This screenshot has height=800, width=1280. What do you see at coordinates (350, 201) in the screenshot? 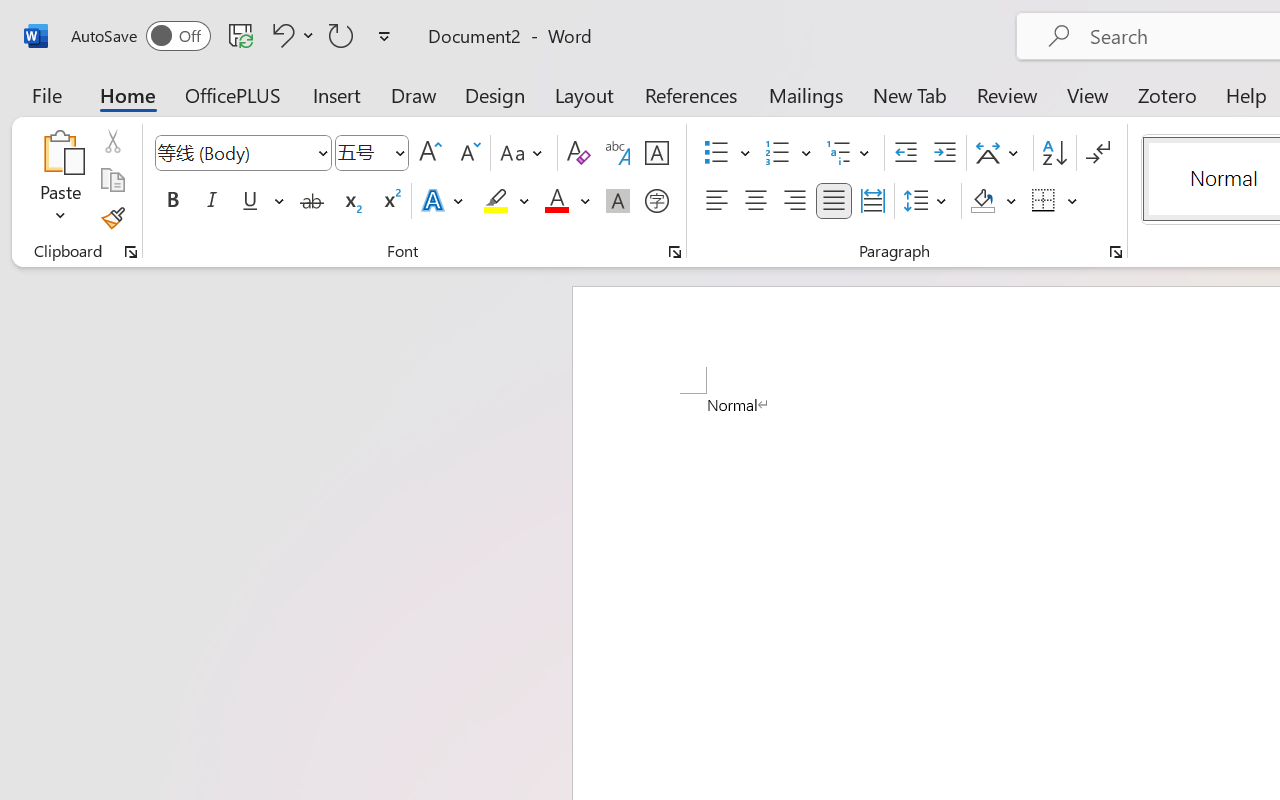
I see `'Subscript'` at bounding box center [350, 201].